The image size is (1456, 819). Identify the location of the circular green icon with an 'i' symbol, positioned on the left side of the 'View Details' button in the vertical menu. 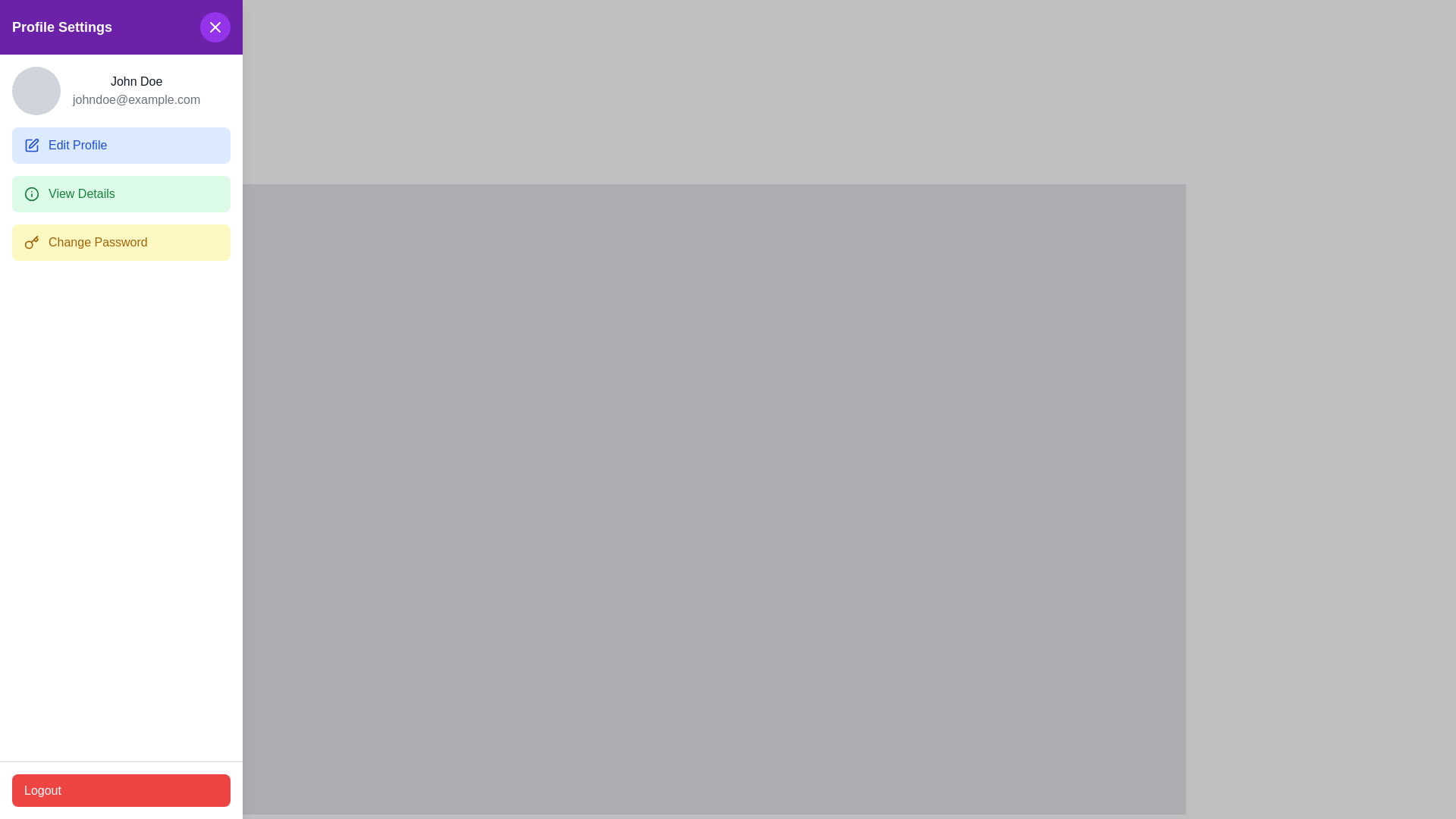
(32, 193).